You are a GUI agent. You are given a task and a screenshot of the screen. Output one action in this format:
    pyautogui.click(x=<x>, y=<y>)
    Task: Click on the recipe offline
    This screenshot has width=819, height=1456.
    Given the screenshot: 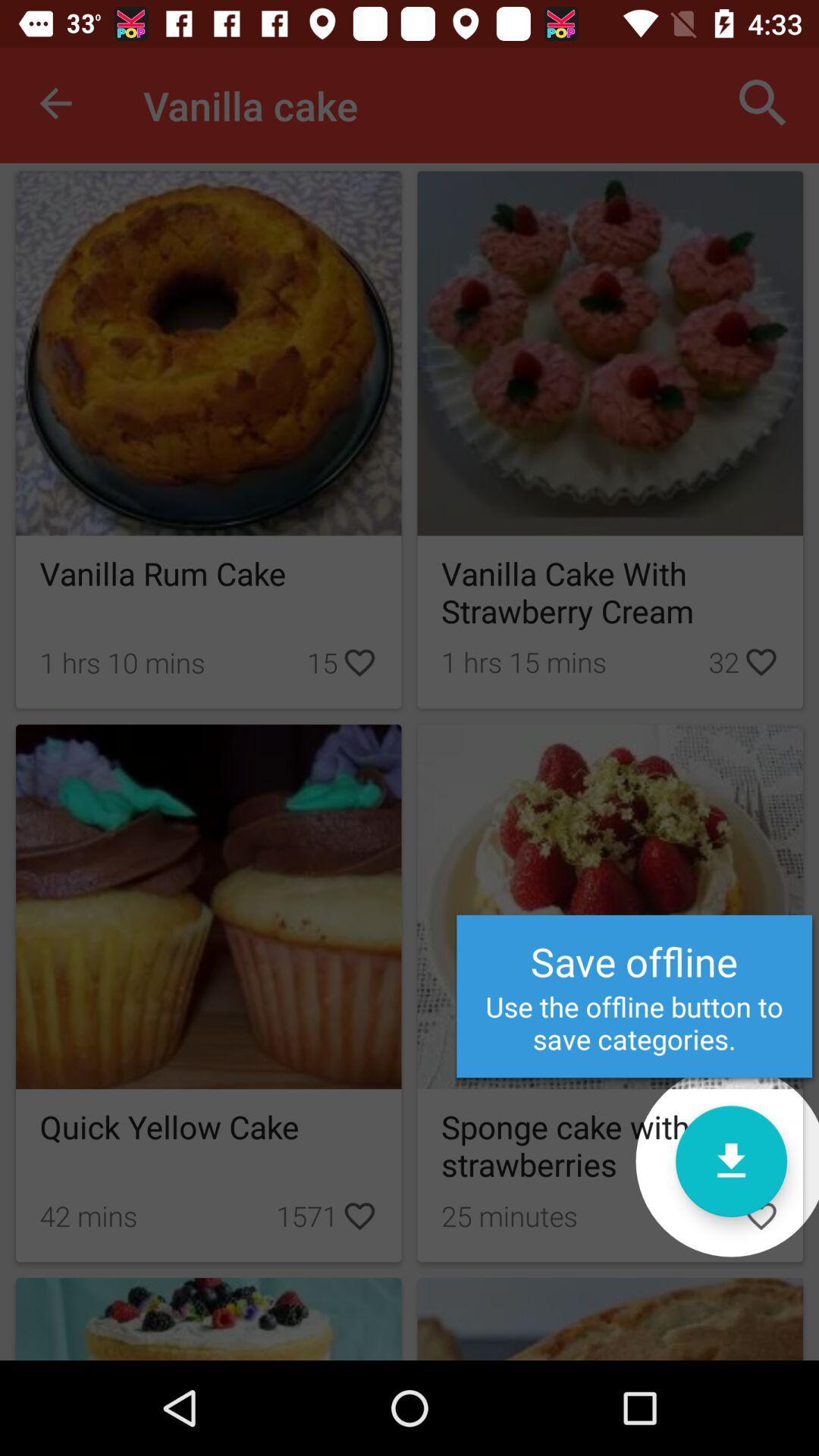 What is the action you would take?
    pyautogui.click(x=730, y=1160)
    